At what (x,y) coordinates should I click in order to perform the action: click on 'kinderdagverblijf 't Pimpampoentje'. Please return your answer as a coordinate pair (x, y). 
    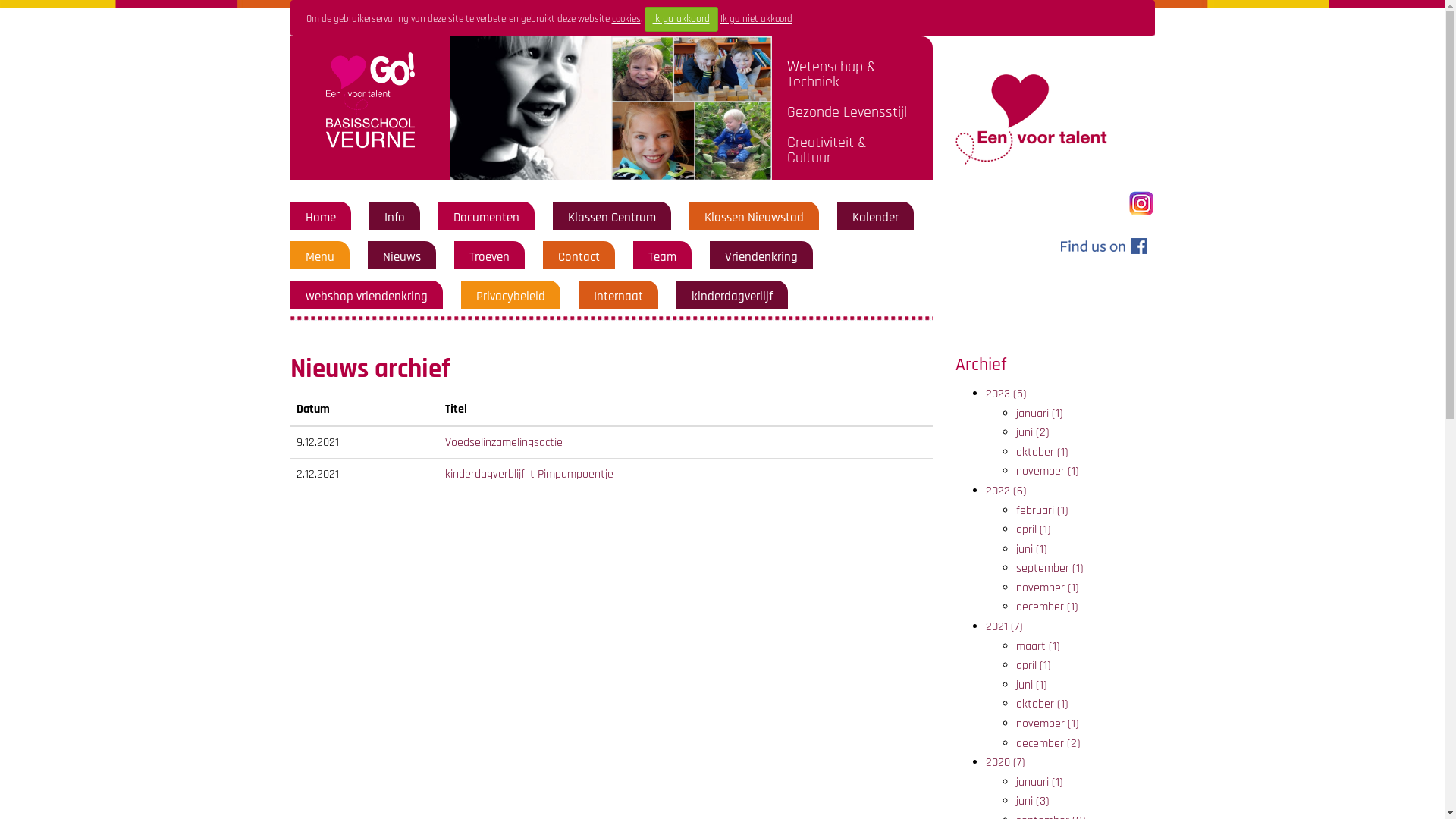
    Looking at the image, I should click on (529, 473).